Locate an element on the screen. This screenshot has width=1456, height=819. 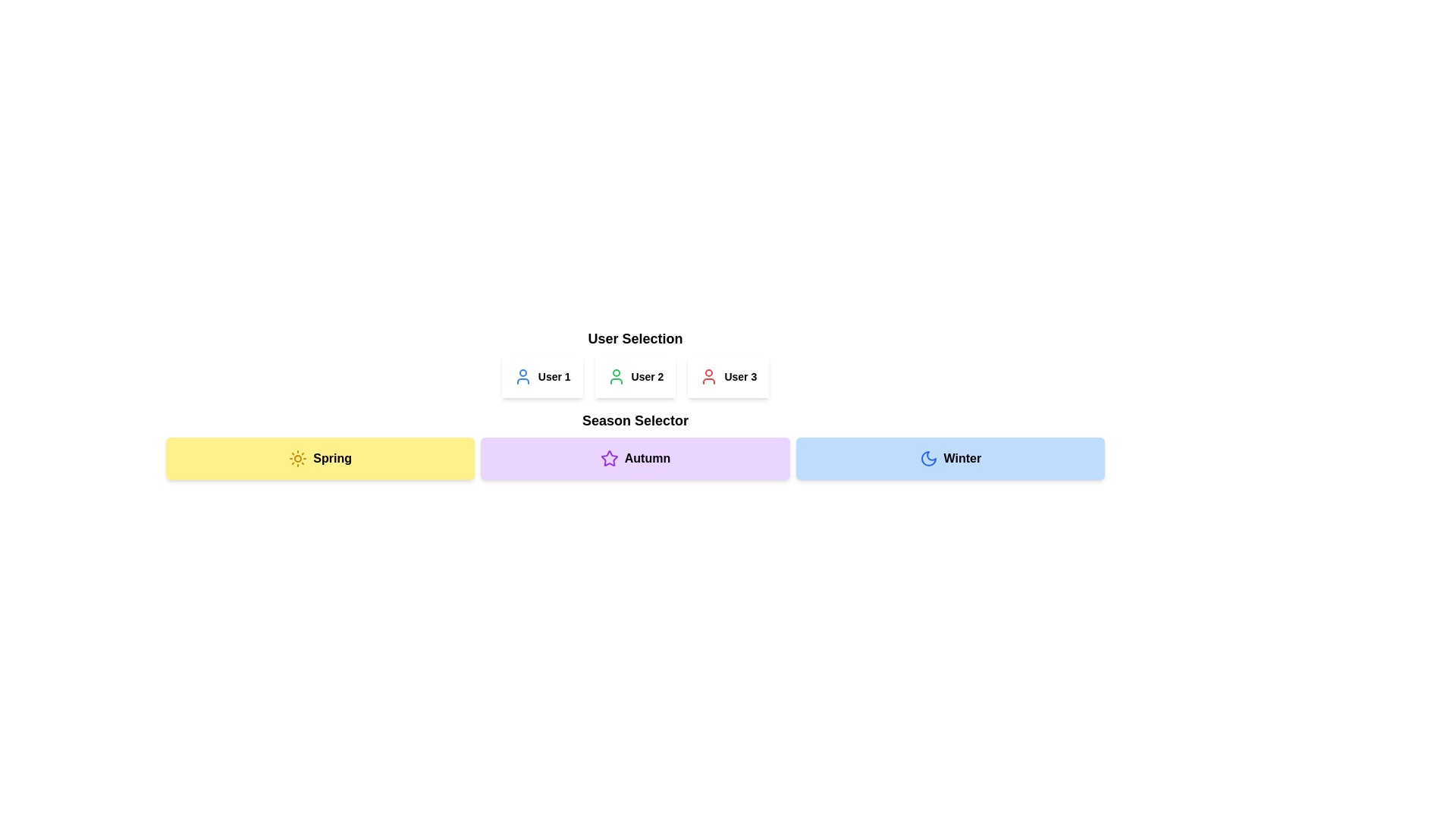
the 'Winter' text label, which is styled in bold and located at the rightmost section of the horizontally aligned 'Season Selector' bar is located at coordinates (962, 458).